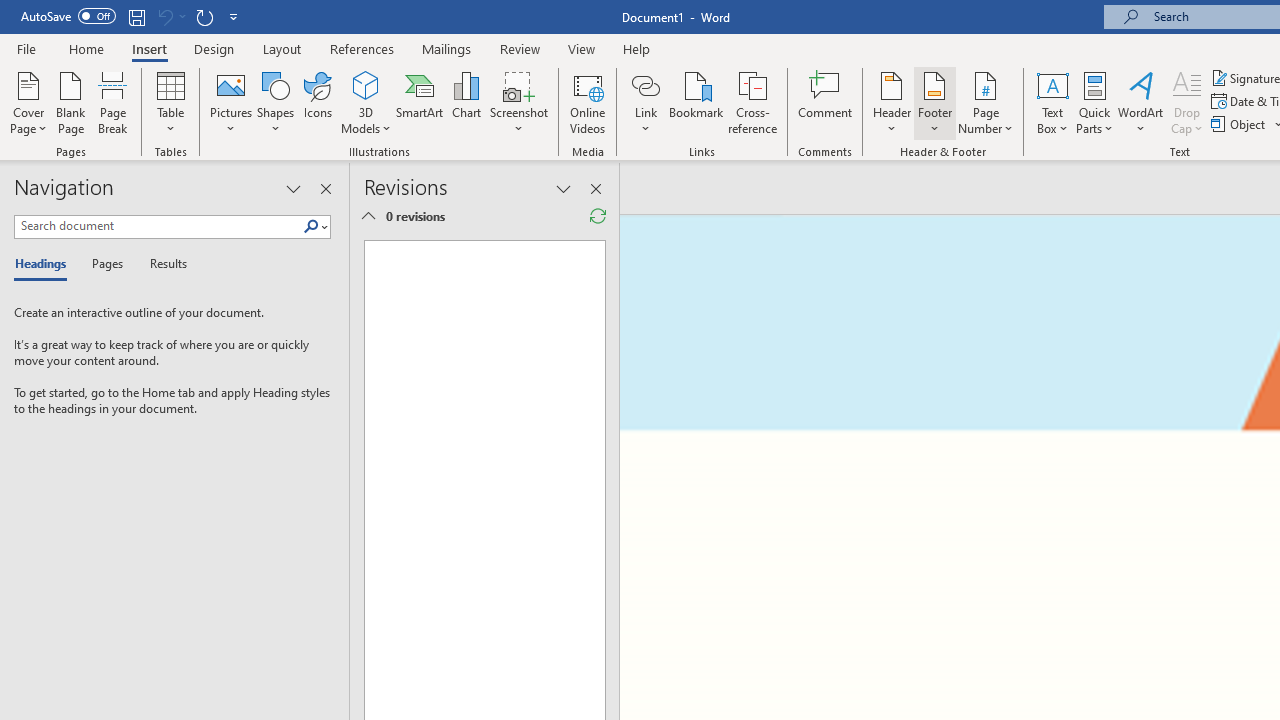 The height and width of the screenshot is (720, 1280). What do you see at coordinates (28, 103) in the screenshot?
I see `'Cover Page'` at bounding box center [28, 103].